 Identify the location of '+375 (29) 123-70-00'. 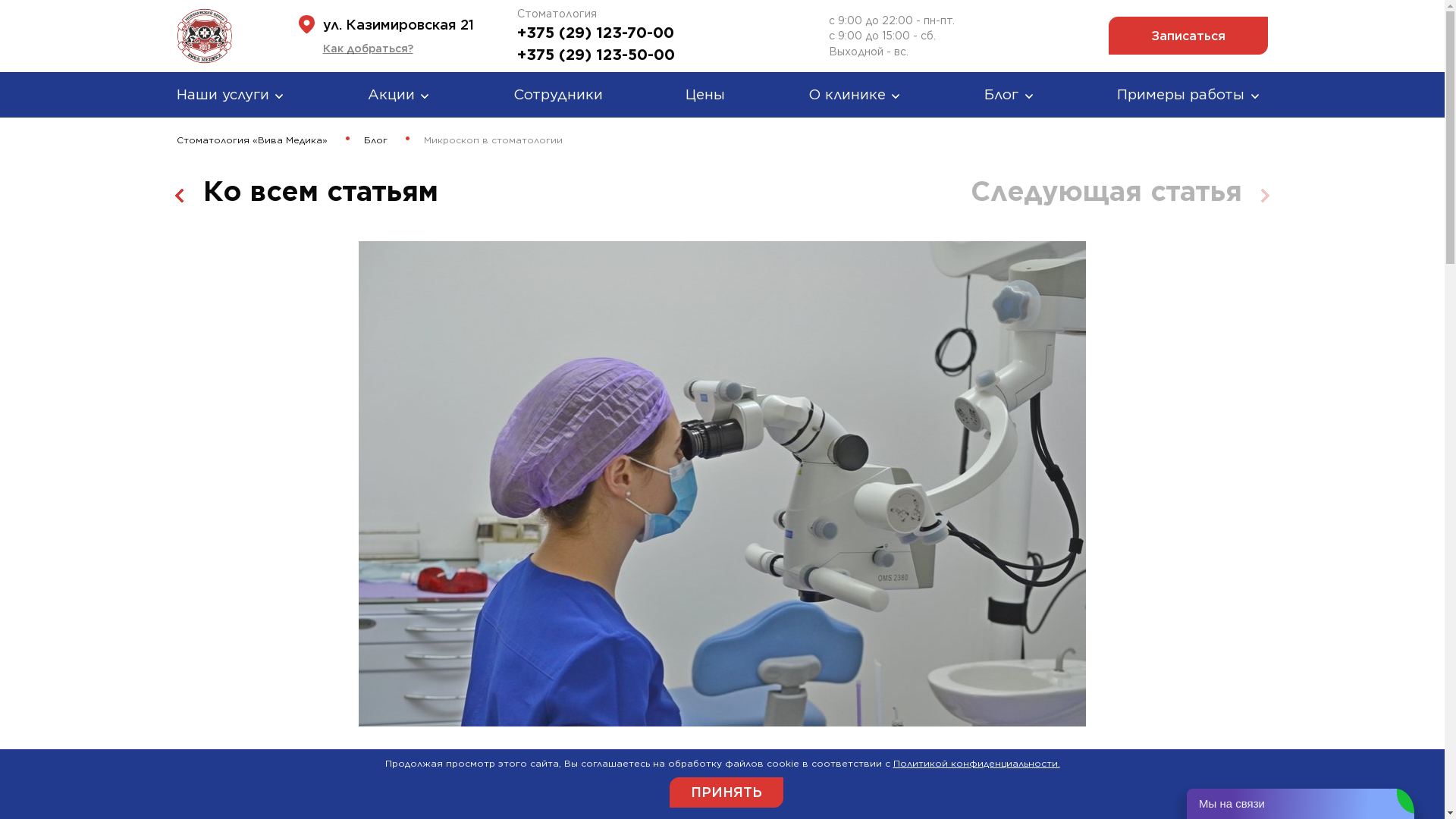
(516, 33).